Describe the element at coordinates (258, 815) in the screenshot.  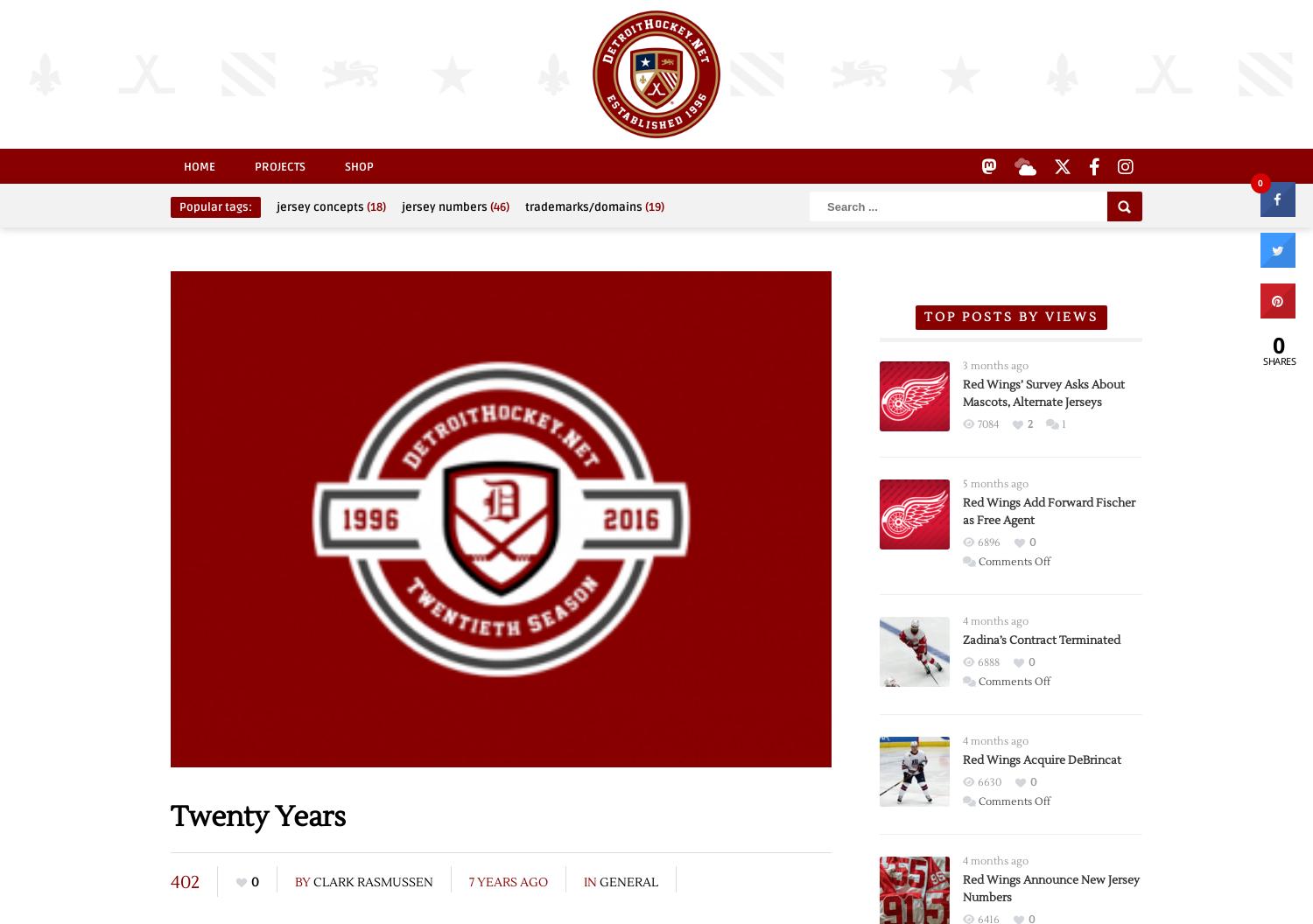
I see `'Twenty Years'` at that location.